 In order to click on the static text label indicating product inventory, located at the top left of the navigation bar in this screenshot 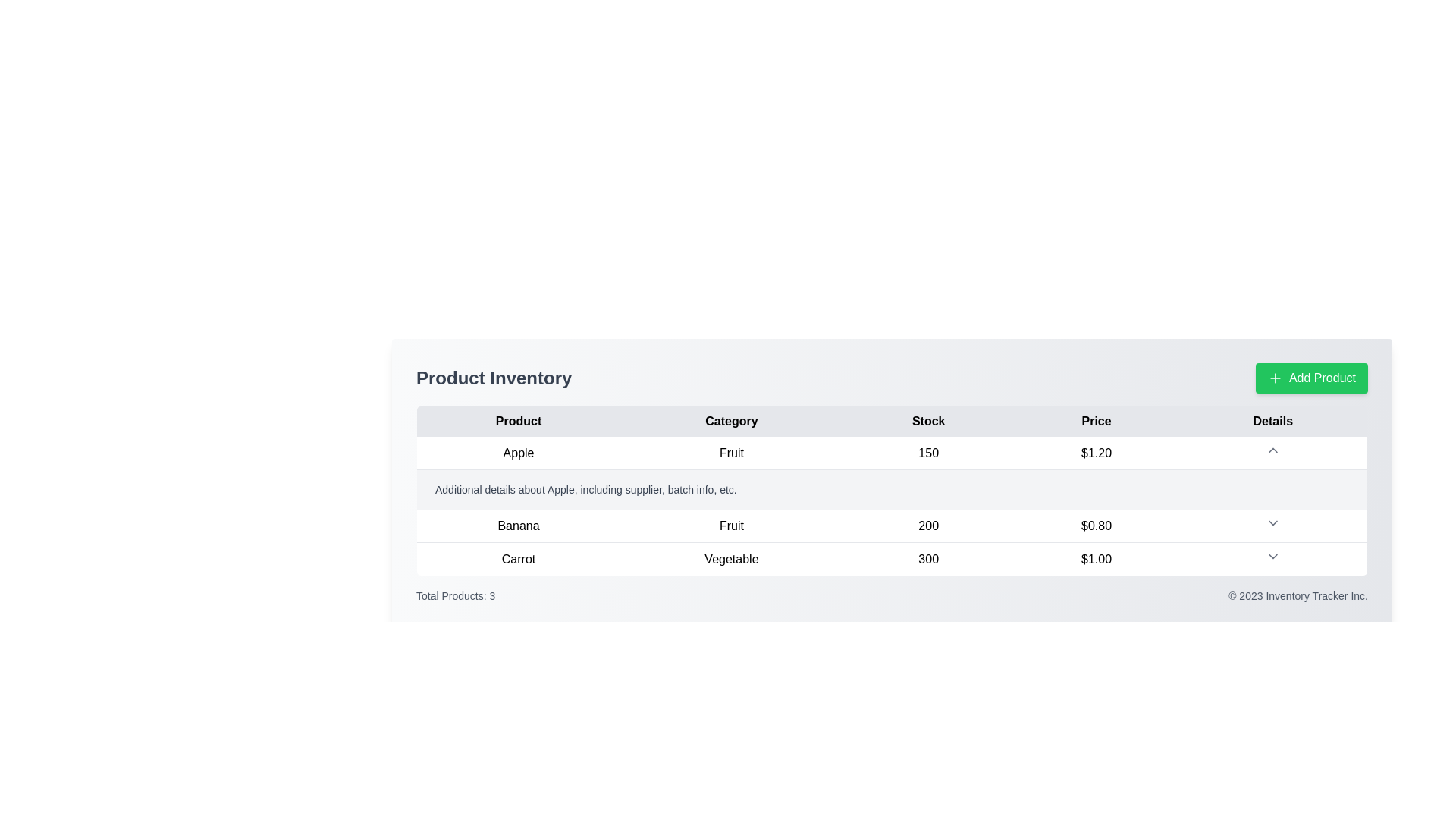, I will do `click(494, 377)`.